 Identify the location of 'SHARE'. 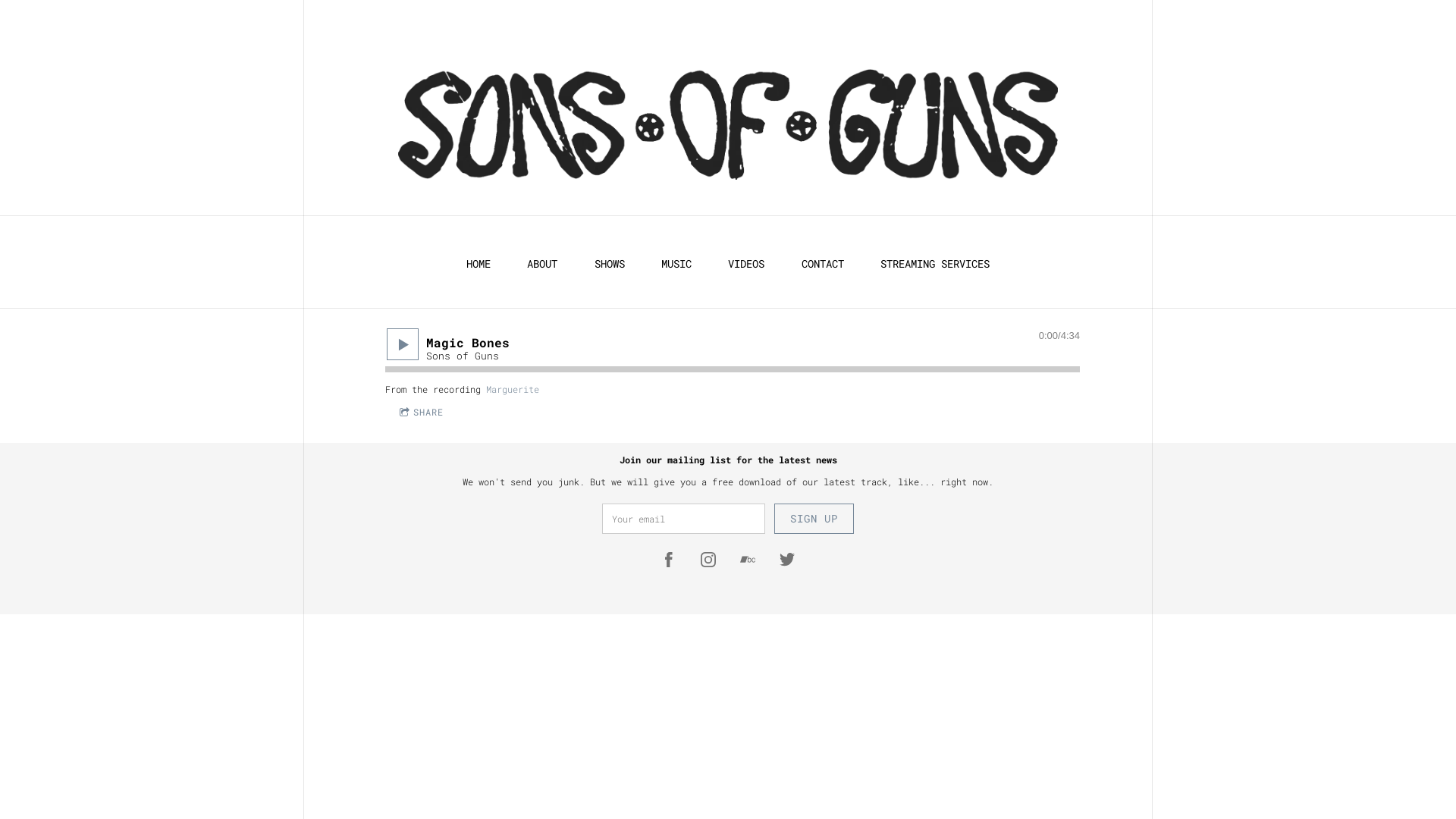
(422, 412).